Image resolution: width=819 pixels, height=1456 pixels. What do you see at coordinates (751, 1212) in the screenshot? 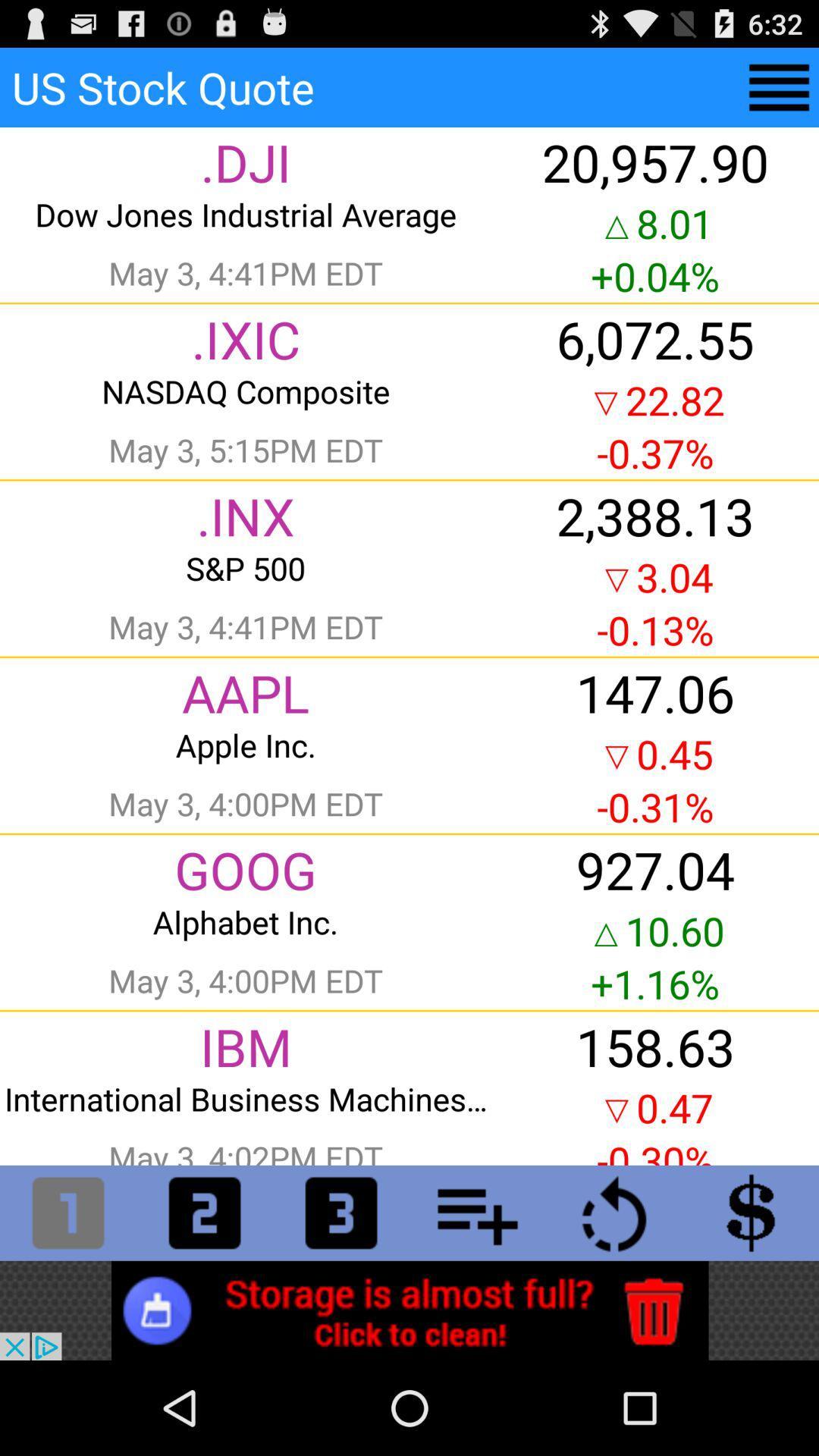
I see `the dollar icon on the bottom  right corner of the web page` at bounding box center [751, 1212].